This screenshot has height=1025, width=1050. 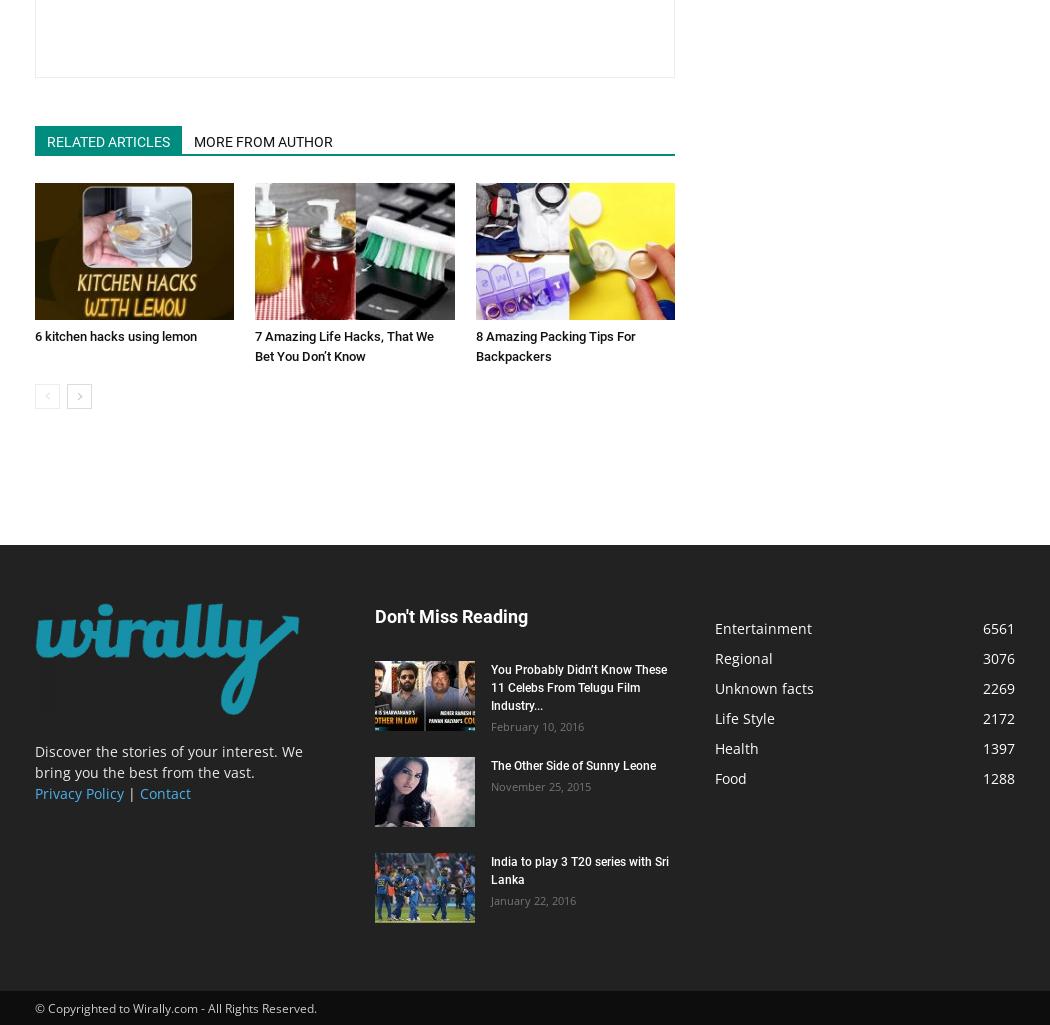 I want to click on 'Privacy Policy', so click(x=34, y=792).